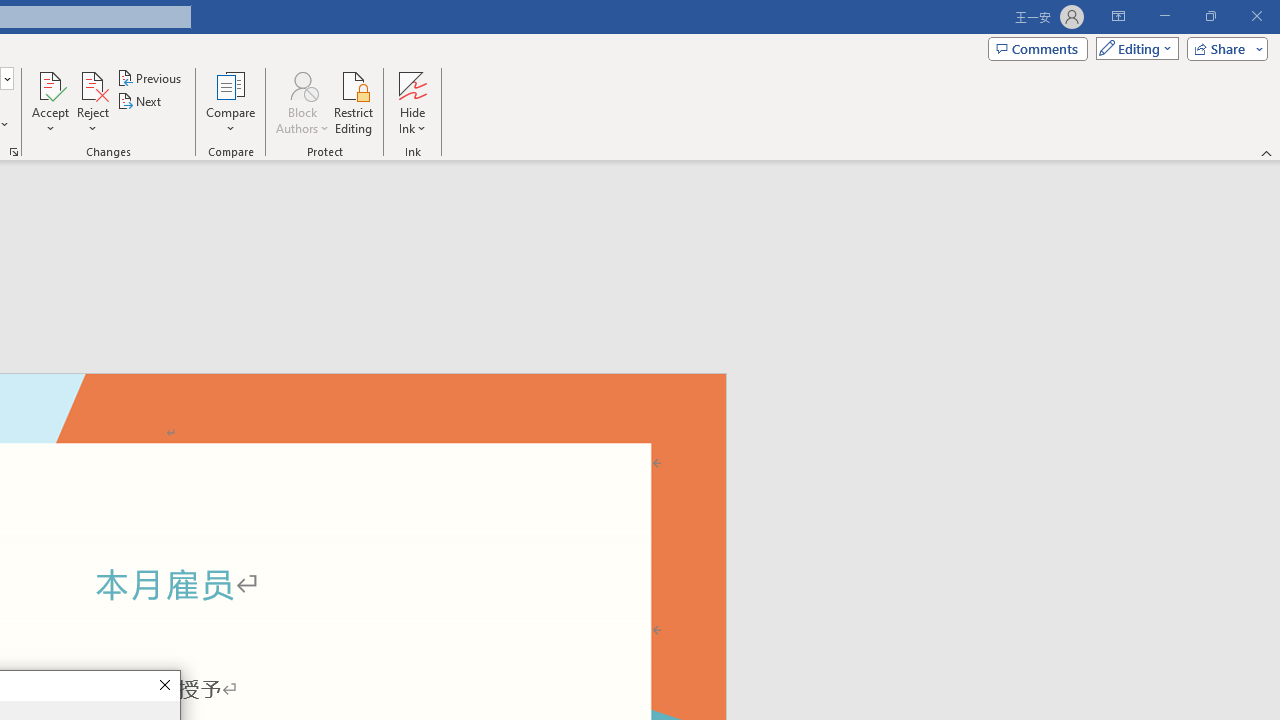 This screenshot has width=1280, height=720. Describe the element at coordinates (1133, 47) in the screenshot. I see `'Mode'` at that location.